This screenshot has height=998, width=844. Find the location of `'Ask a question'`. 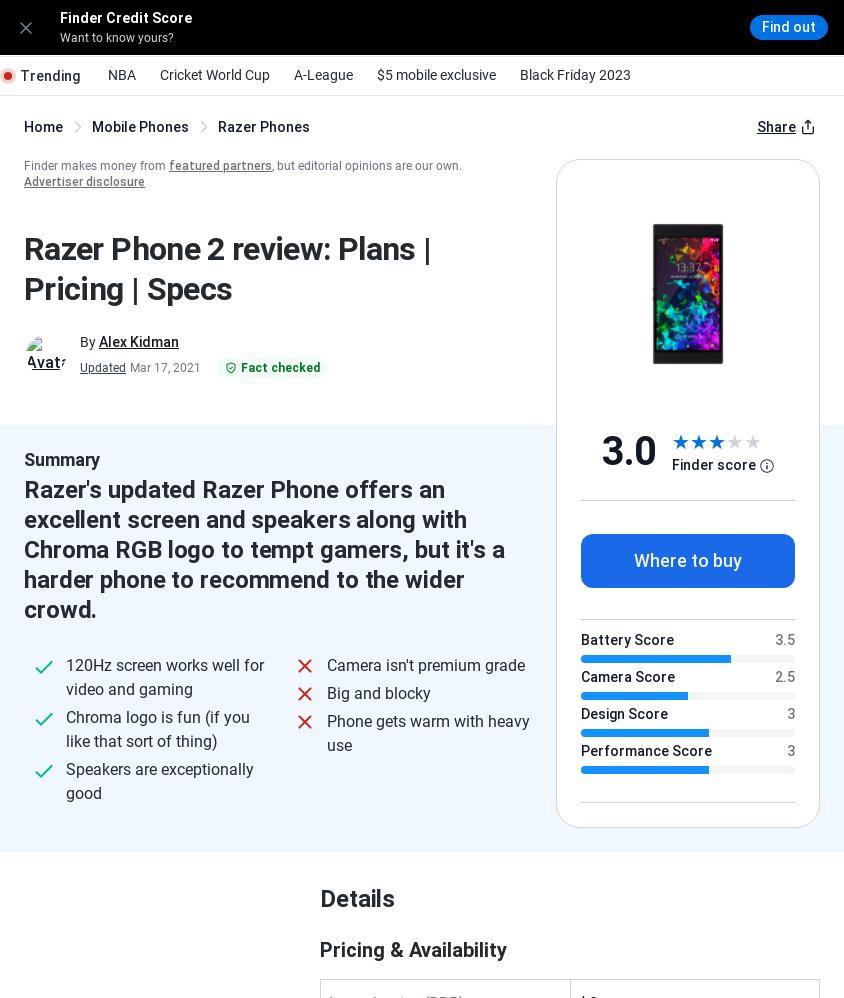

'Ask a question' is located at coordinates (332, 582).